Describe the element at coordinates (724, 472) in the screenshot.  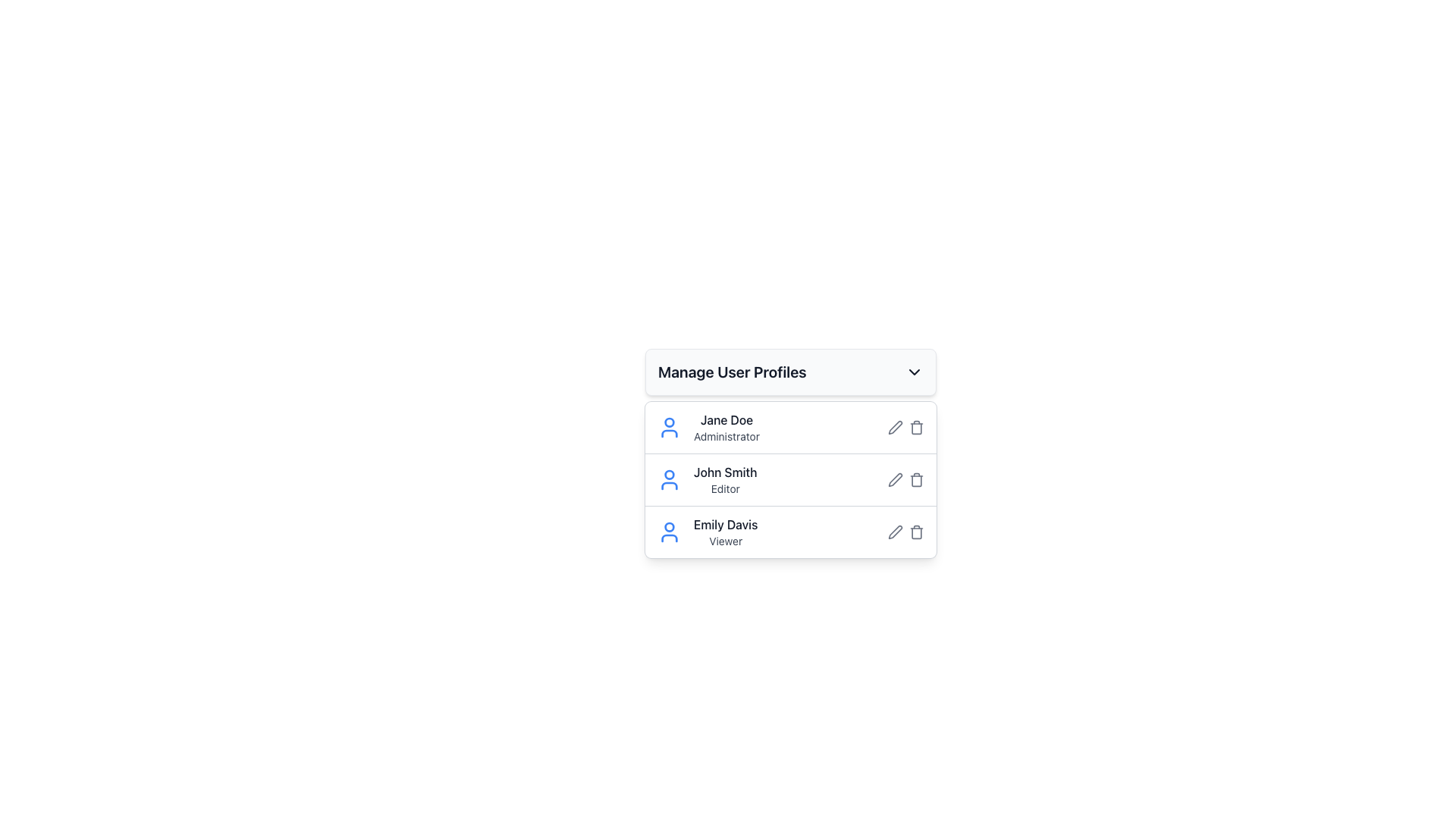
I see `the text label displaying 'John Smith' in dark gray color, which is part of the user profile listing under 'Manage User Profiles'` at that location.